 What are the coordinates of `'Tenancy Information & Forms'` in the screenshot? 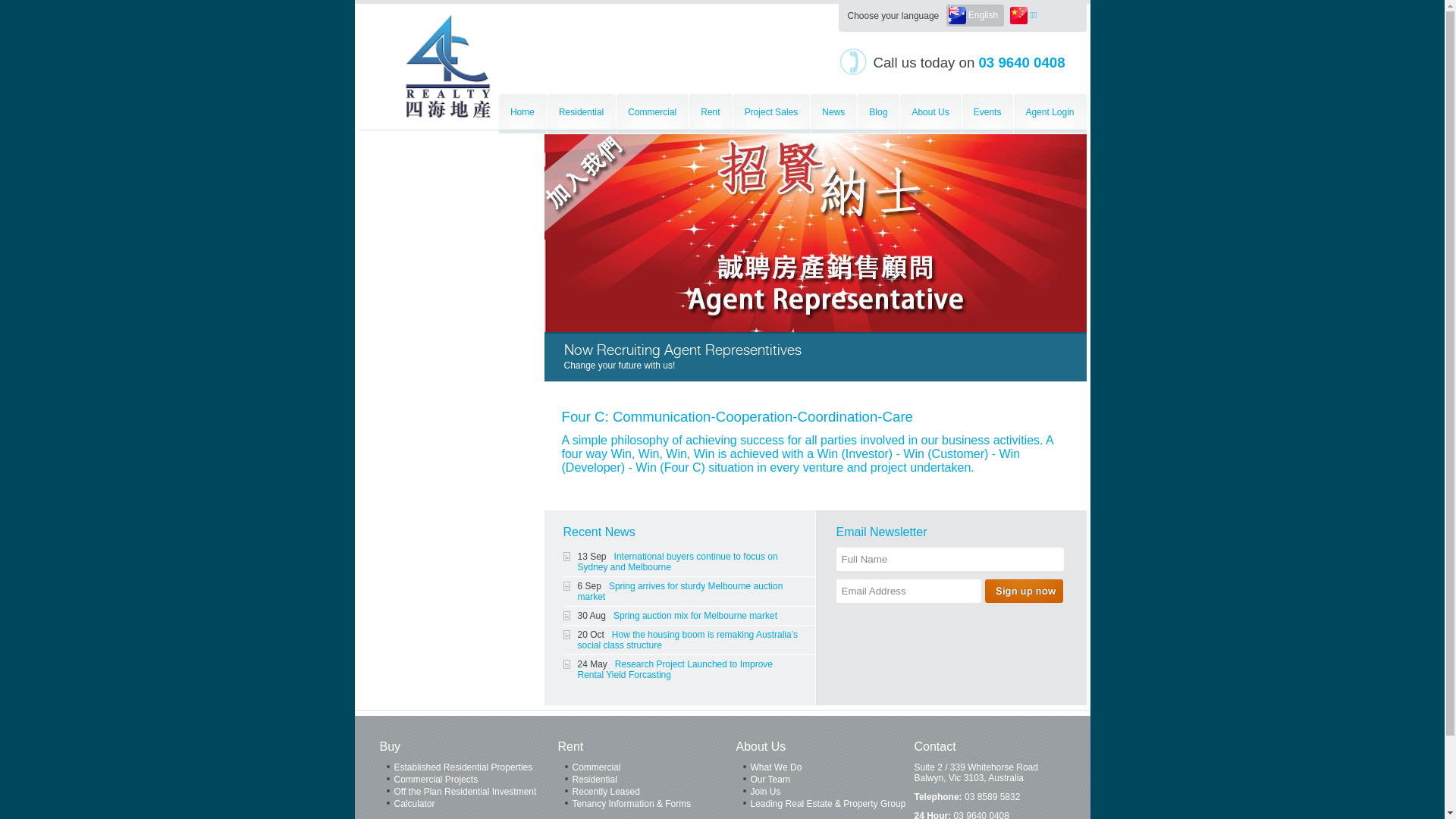 It's located at (647, 803).